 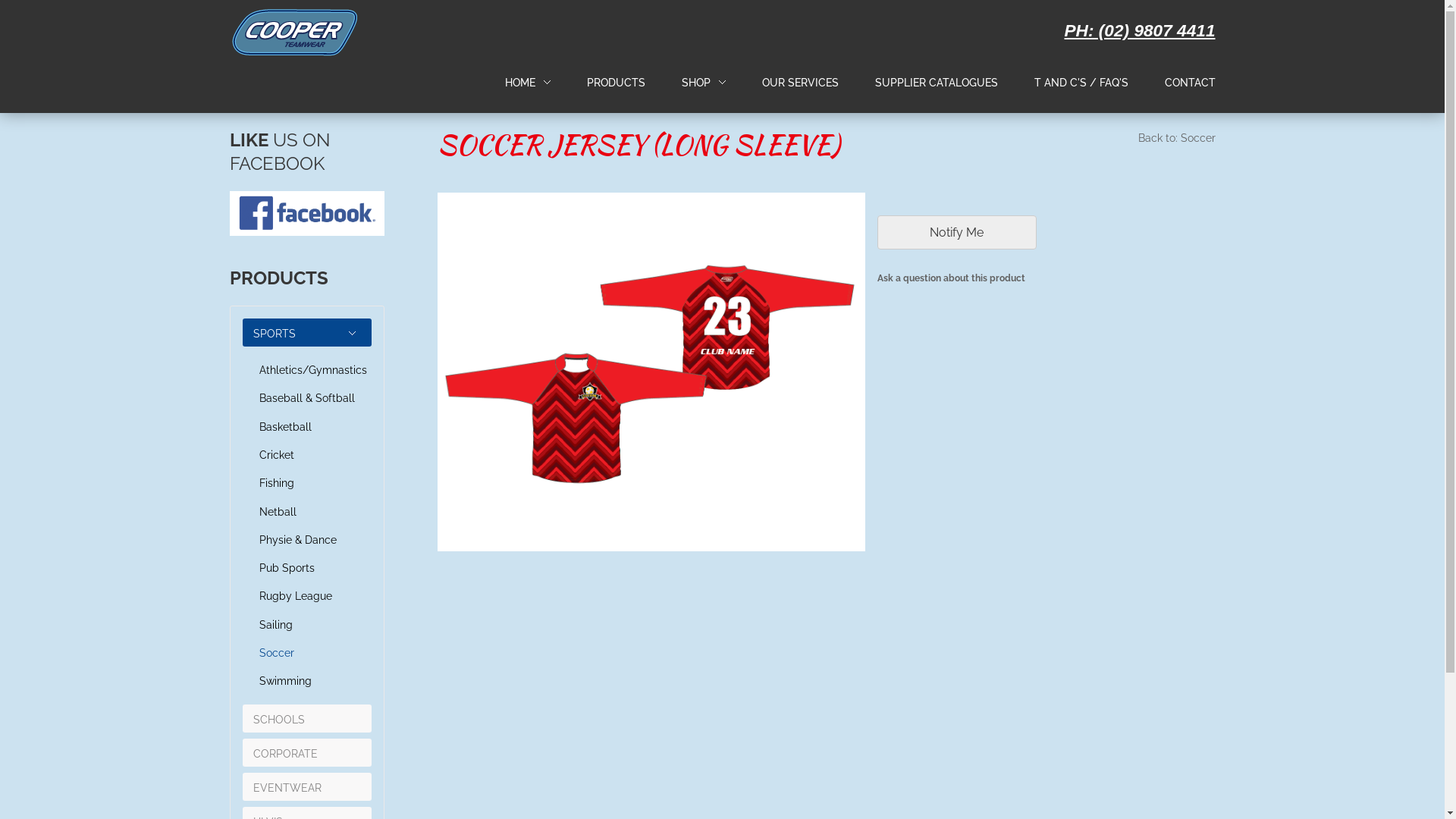 I want to click on 'Soccer', so click(x=306, y=652).